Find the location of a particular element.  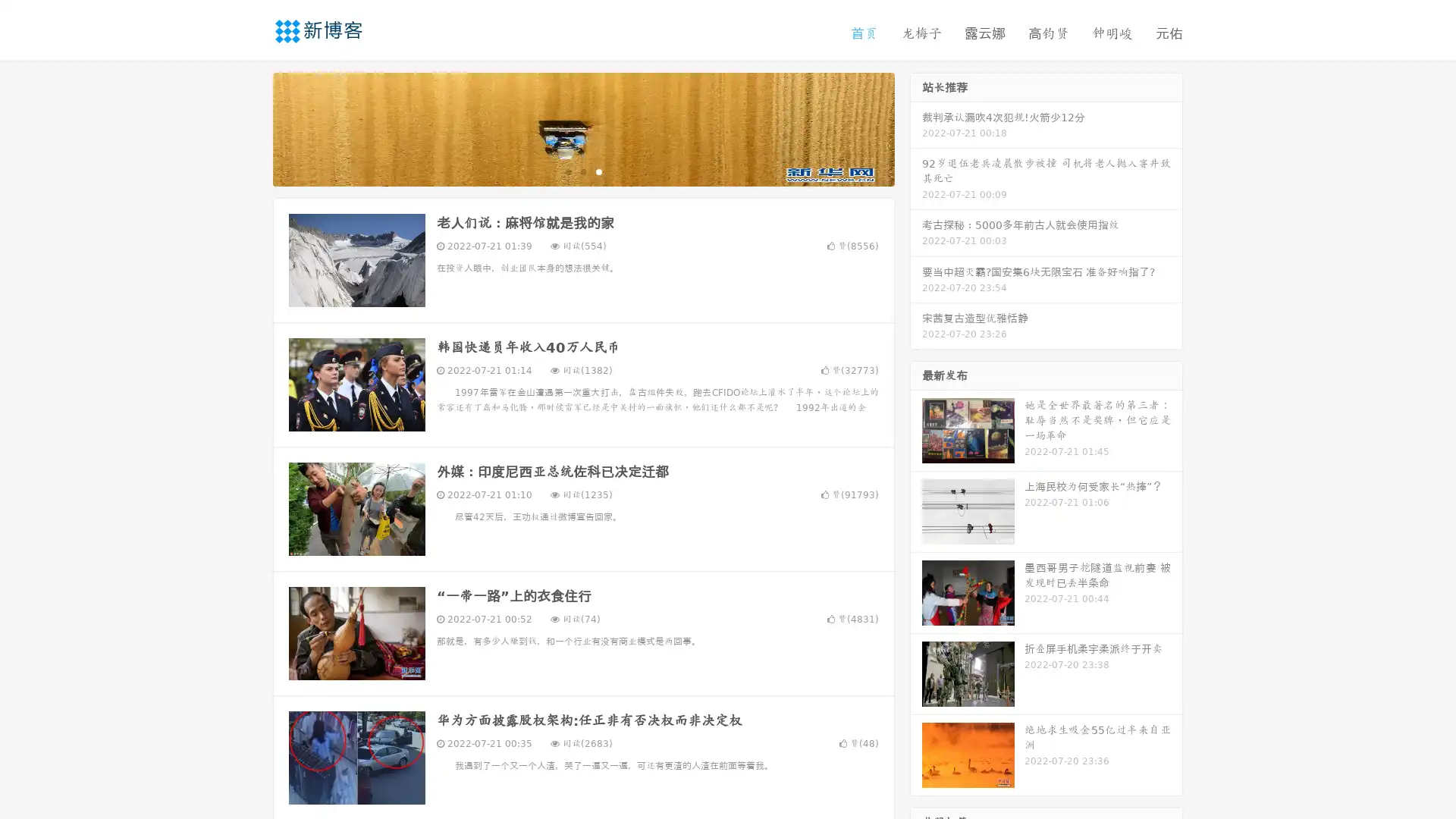

Previous slide is located at coordinates (250, 127).